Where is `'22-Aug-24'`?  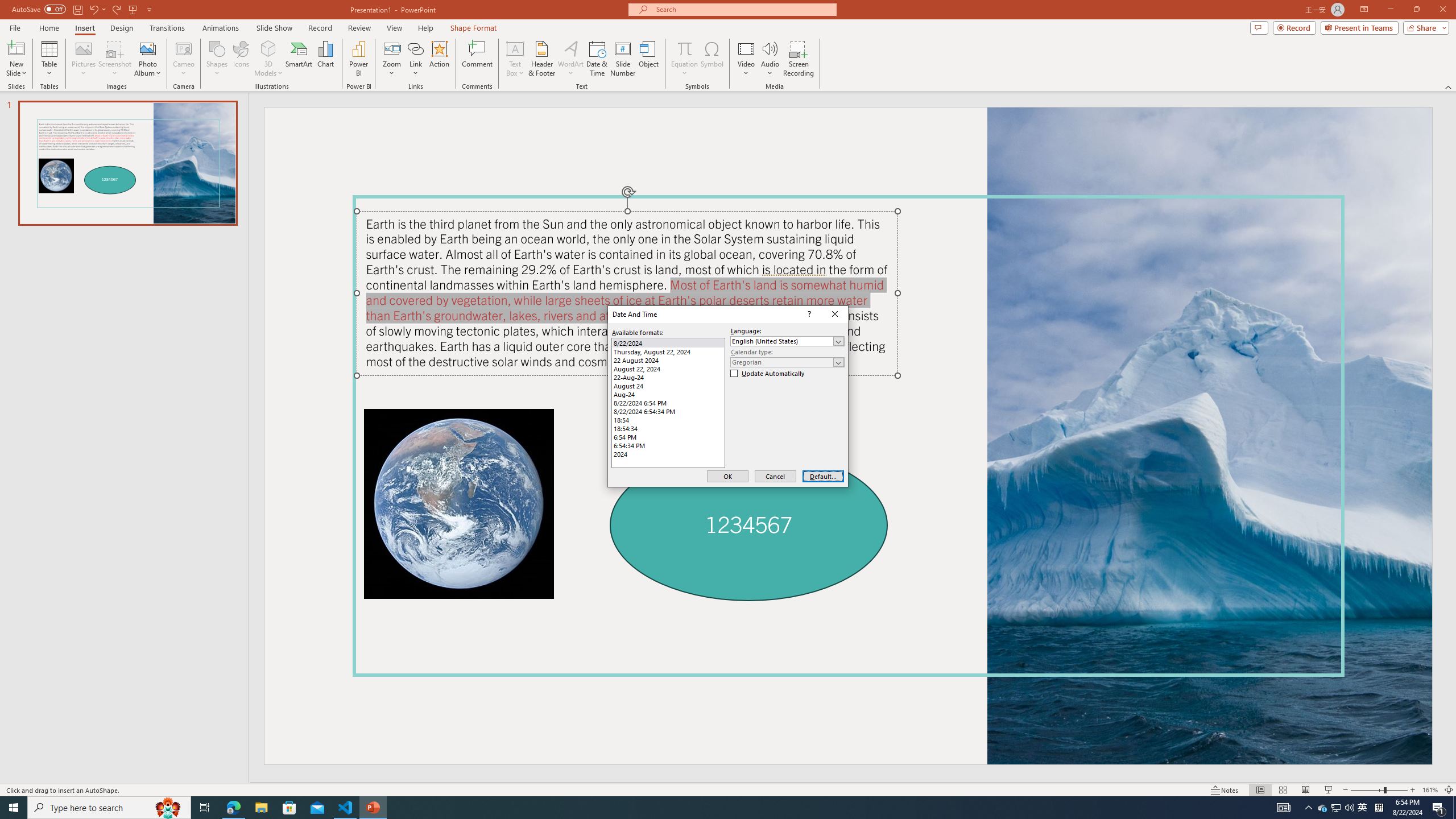 '22-Aug-24' is located at coordinates (668, 377).